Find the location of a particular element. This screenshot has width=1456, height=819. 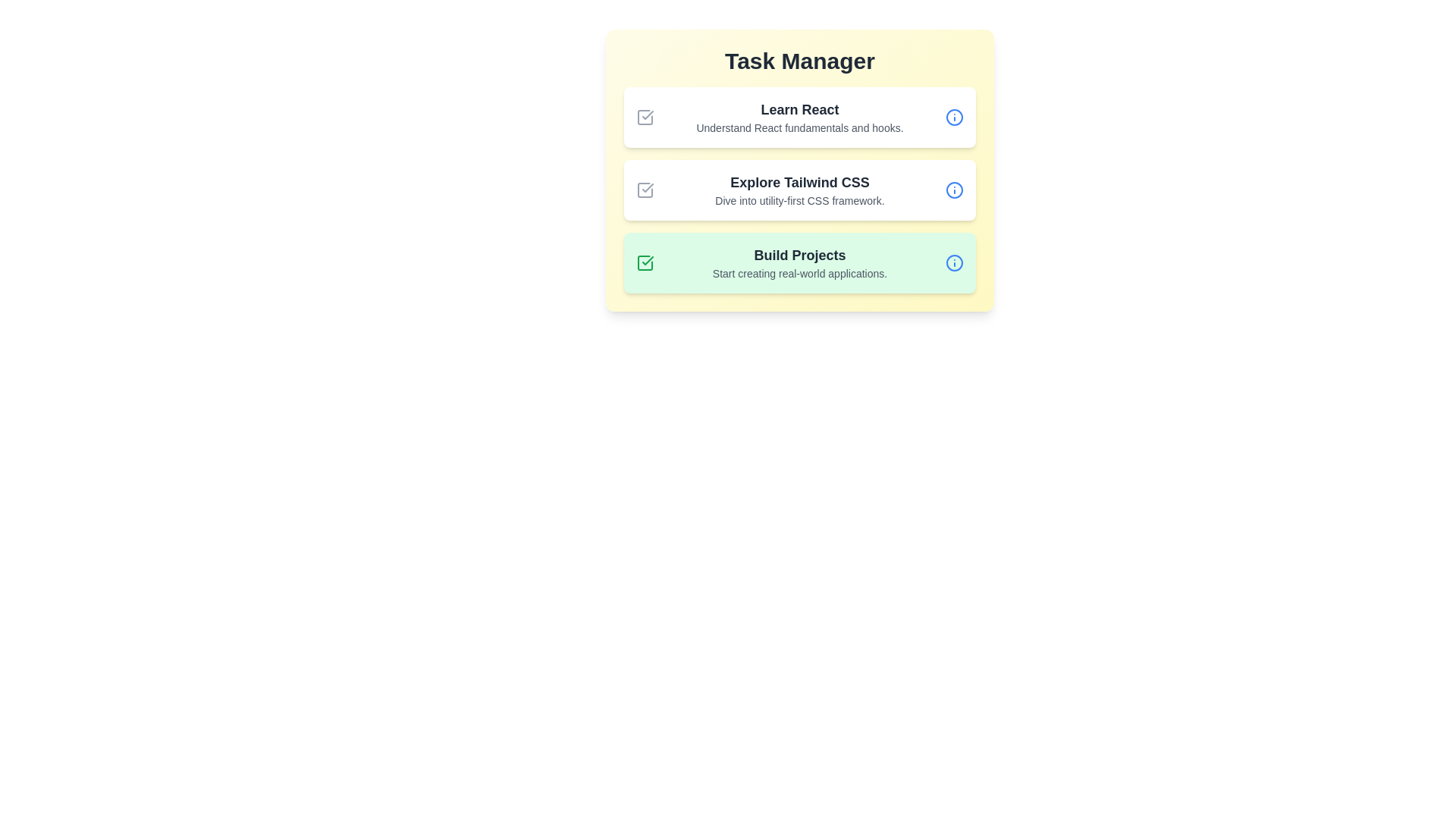

the info icon for the task titled 'Learn React' is located at coordinates (953, 116).